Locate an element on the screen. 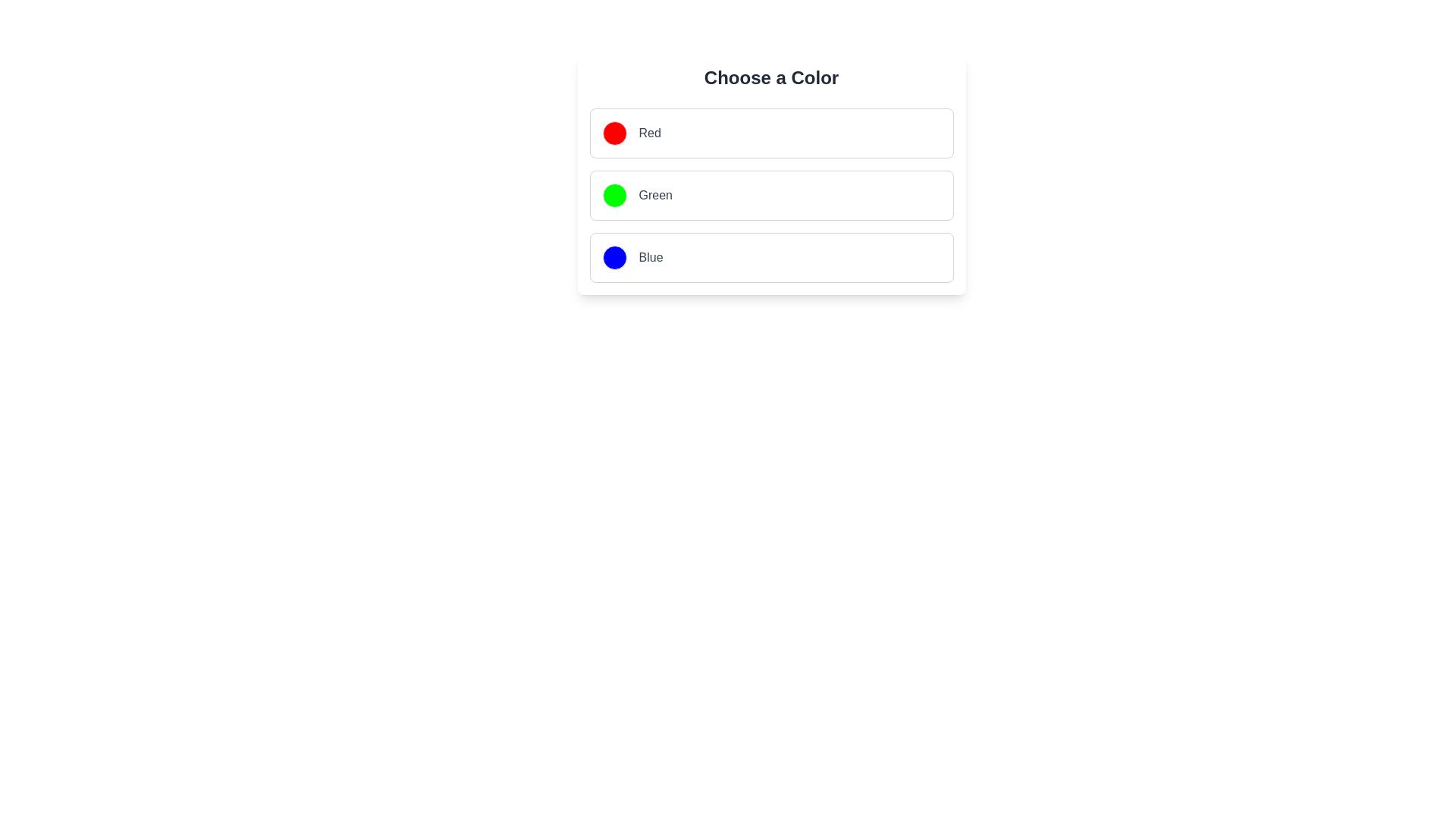 The width and height of the screenshot is (1456, 819). the circular radio button styled with a green background and white border is located at coordinates (614, 195).